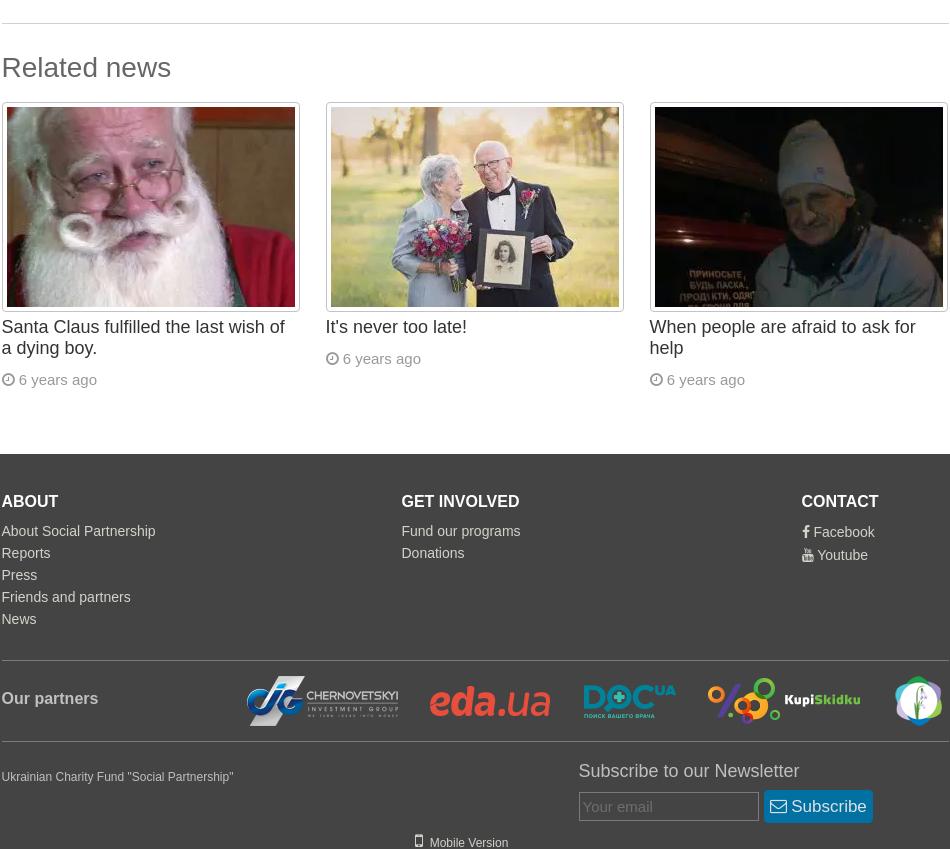 The height and width of the screenshot is (849, 950). I want to click on 'Friends and partners', so click(65, 596).